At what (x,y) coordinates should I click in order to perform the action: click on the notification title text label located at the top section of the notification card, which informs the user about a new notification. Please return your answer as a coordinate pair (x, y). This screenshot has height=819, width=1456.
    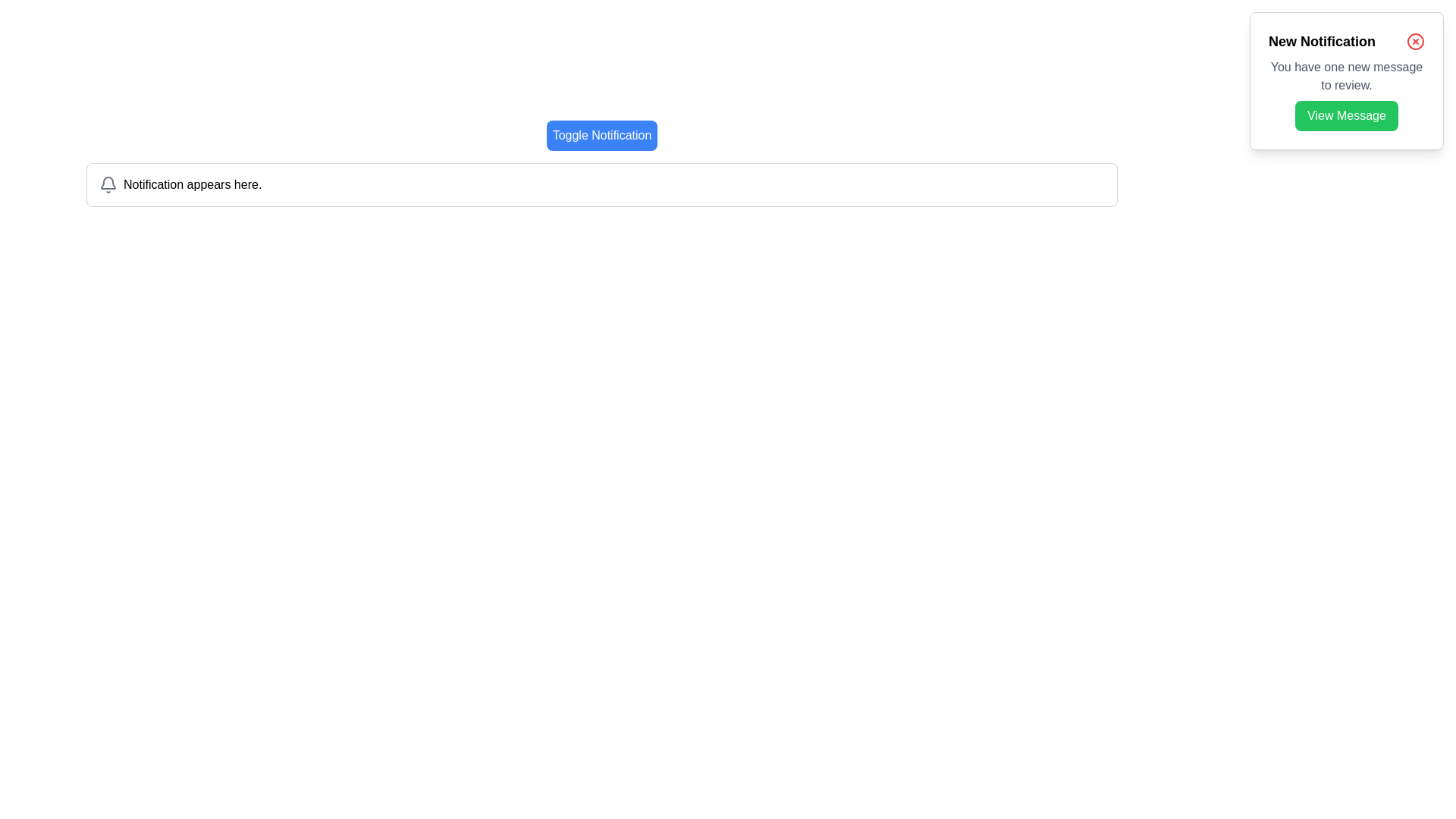
    Looking at the image, I should click on (1321, 40).